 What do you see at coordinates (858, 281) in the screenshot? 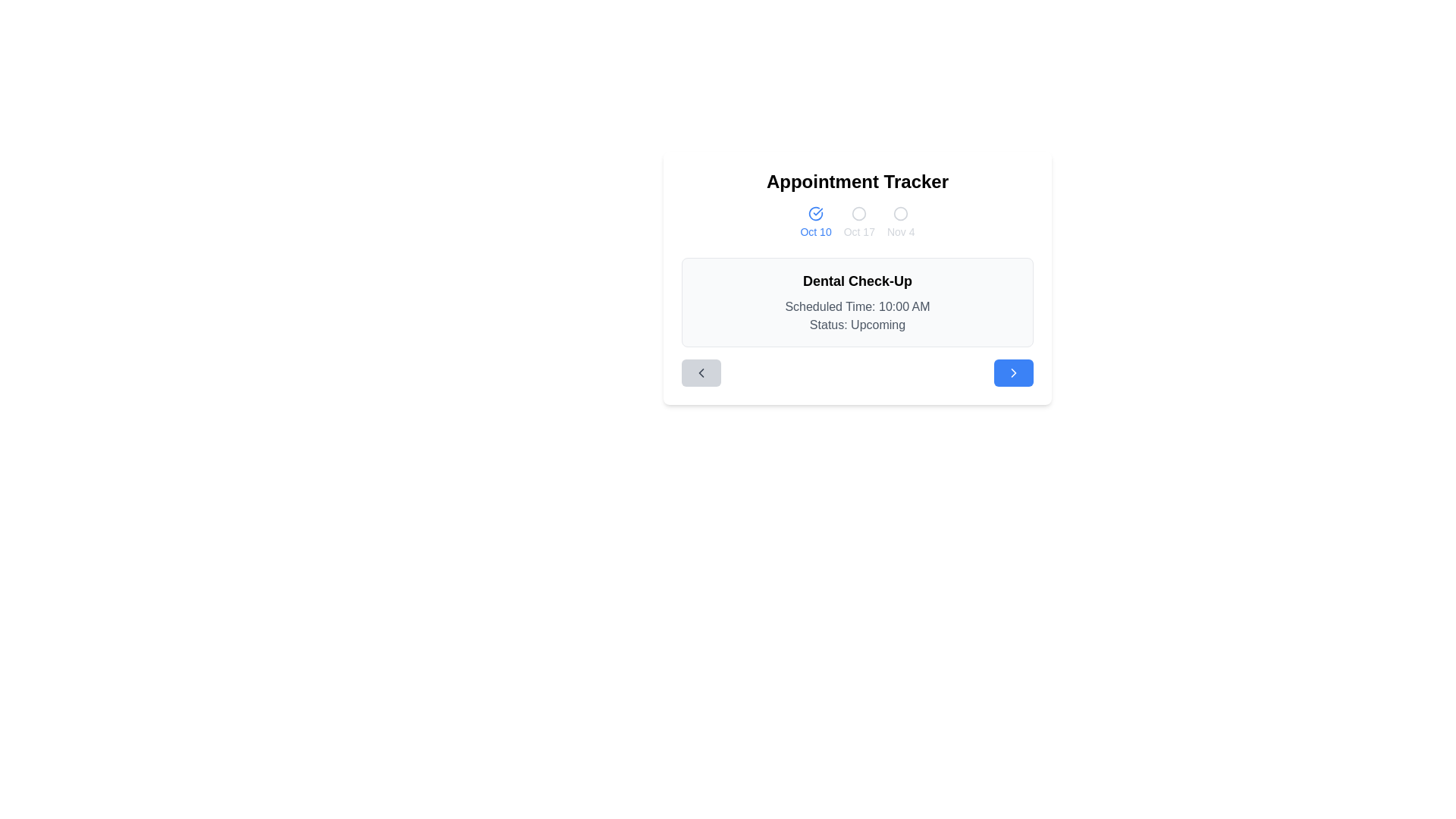
I see `the text label that reads 'Dental Check-Up', which is styled with a large, bold font and positioned at the top of its card layout` at bounding box center [858, 281].